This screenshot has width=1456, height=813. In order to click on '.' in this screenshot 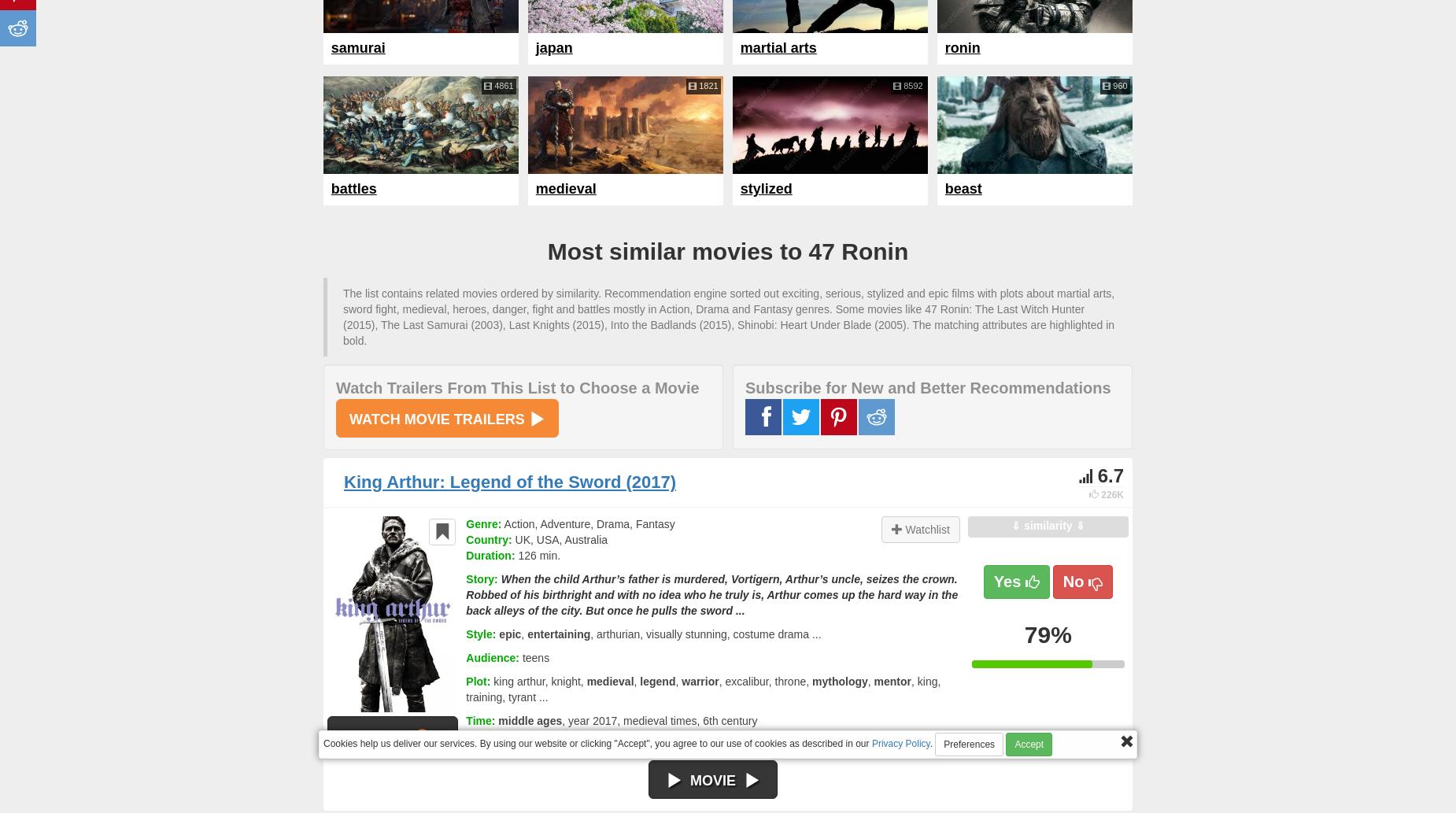, I will do `click(930, 742)`.